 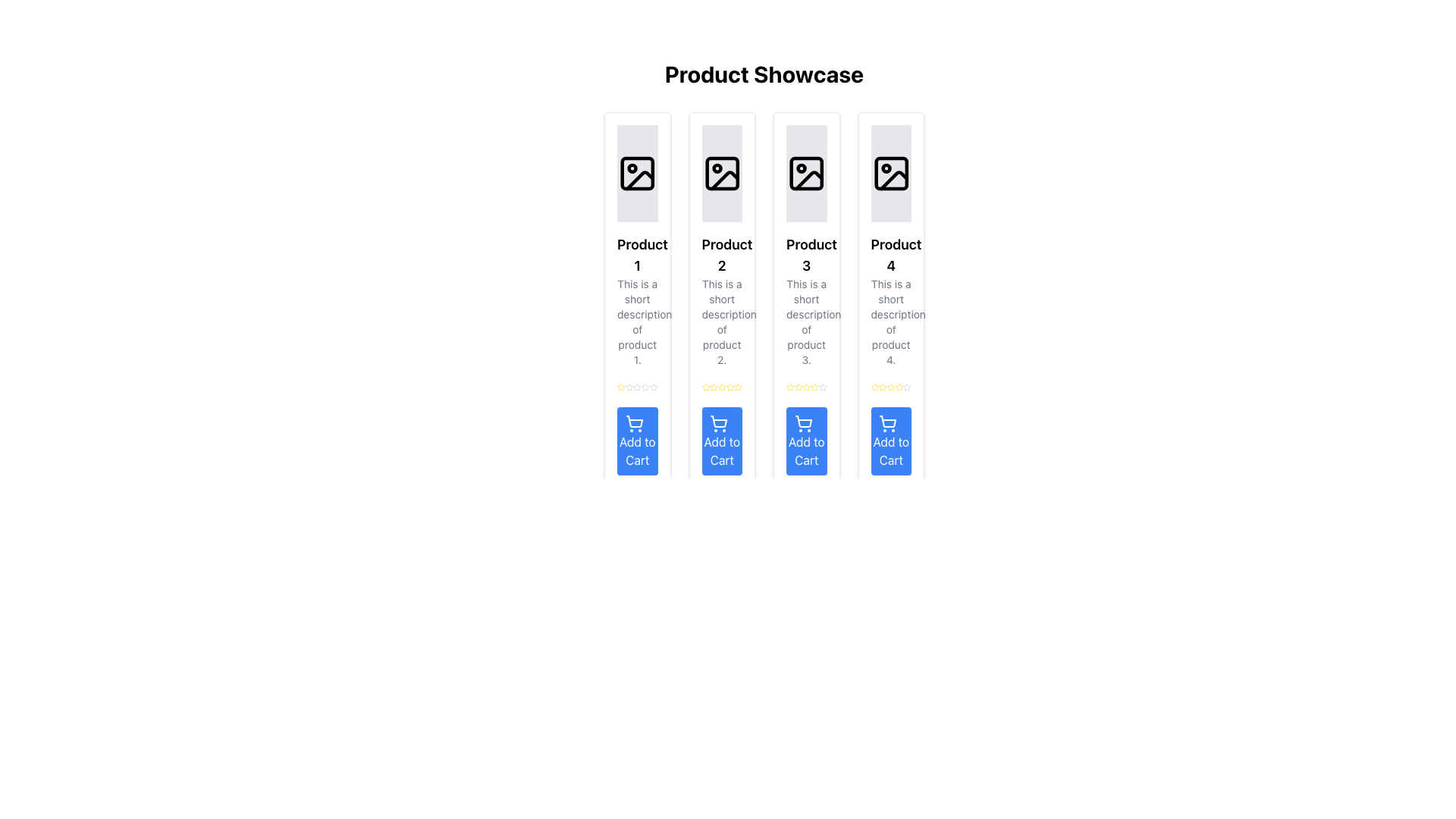 What do you see at coordinates (637, 172) in the screenshot?
I see `the small square with rounded corners styled with a border, located within the first product's image slot in the product showcase grid for 'Product 1'` at bounding box center [637, 172].